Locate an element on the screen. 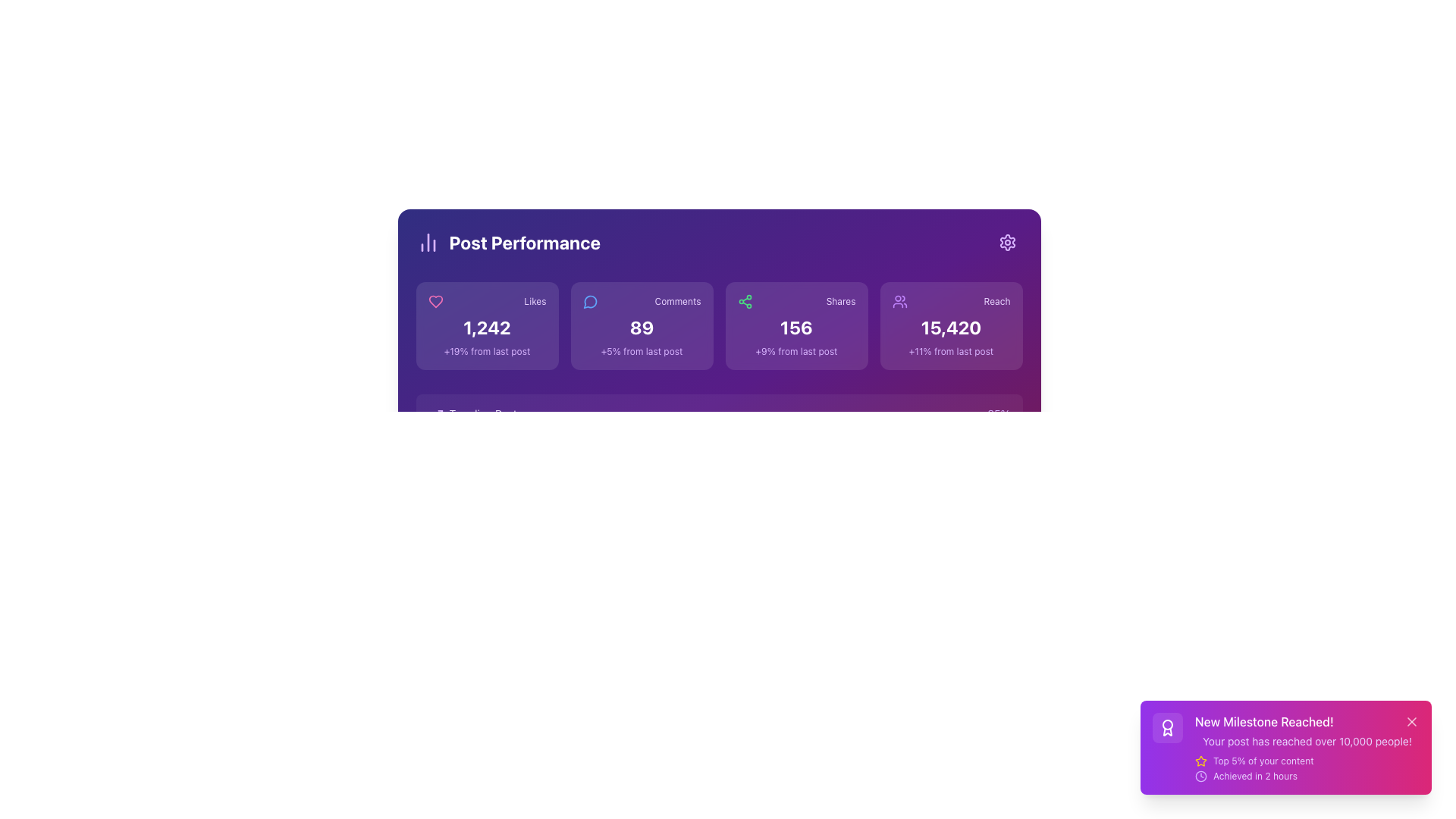 The height and width of the screenshot is (819, 1456). the purple bar chart icon located in the top-left corner of the 'Post Performance' section is located at coordinates (427, 242).